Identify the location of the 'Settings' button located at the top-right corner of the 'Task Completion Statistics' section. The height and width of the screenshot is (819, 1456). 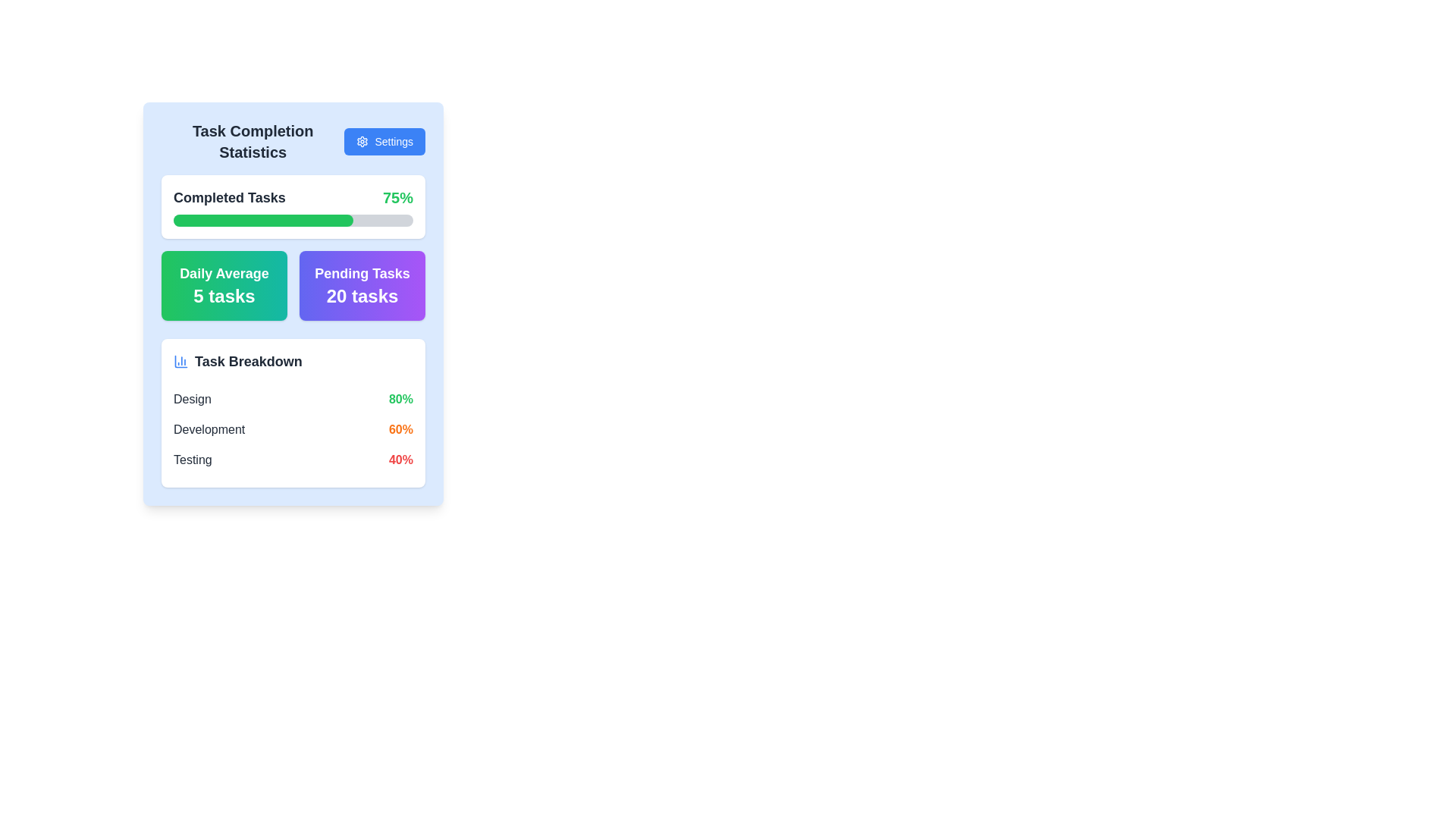
(384, 141).